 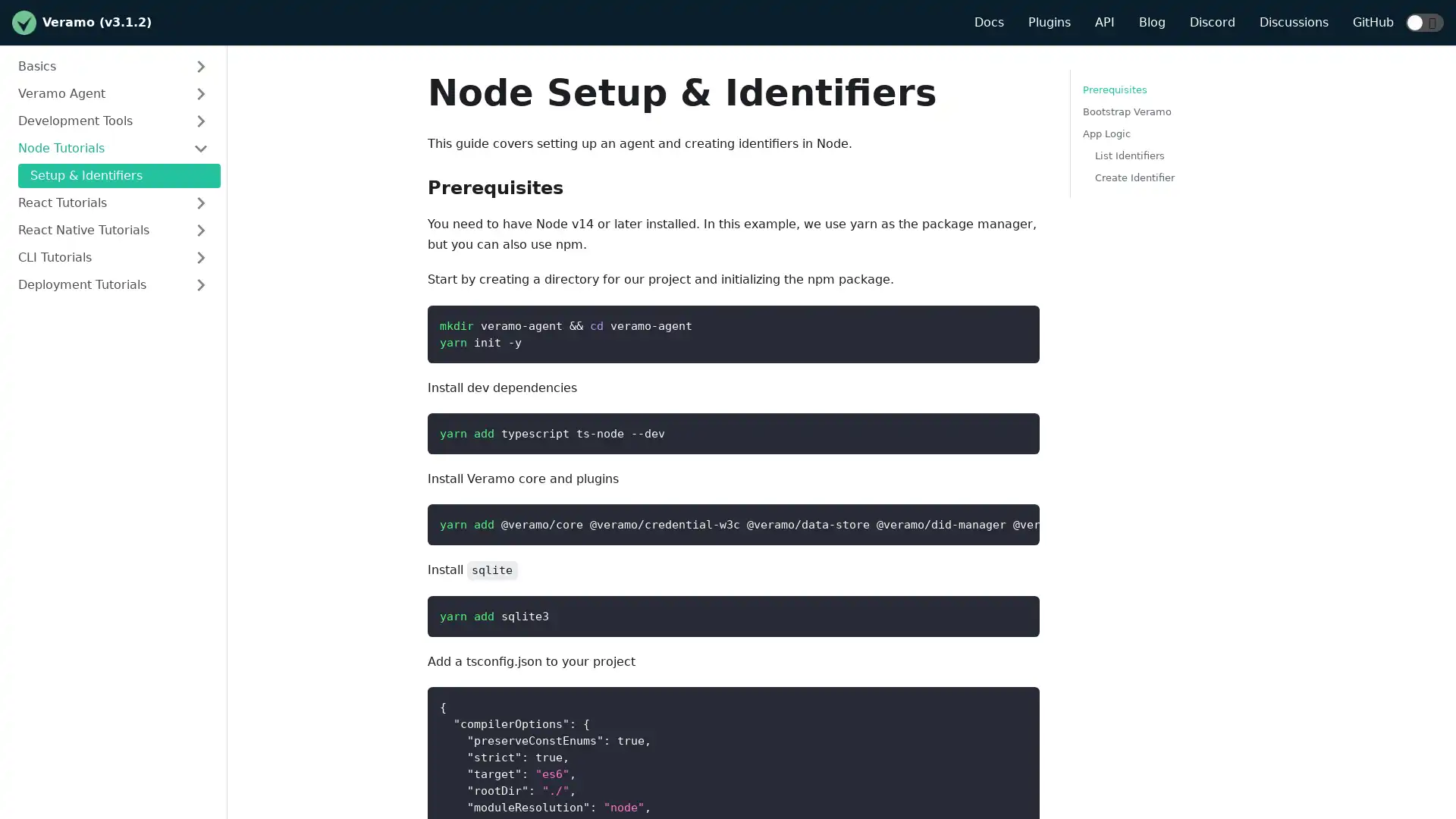 What do you see at coordinates (1015, 610) in the screenshot?
I see `Copy code to clipboard` at bounding box center [1015, 610].